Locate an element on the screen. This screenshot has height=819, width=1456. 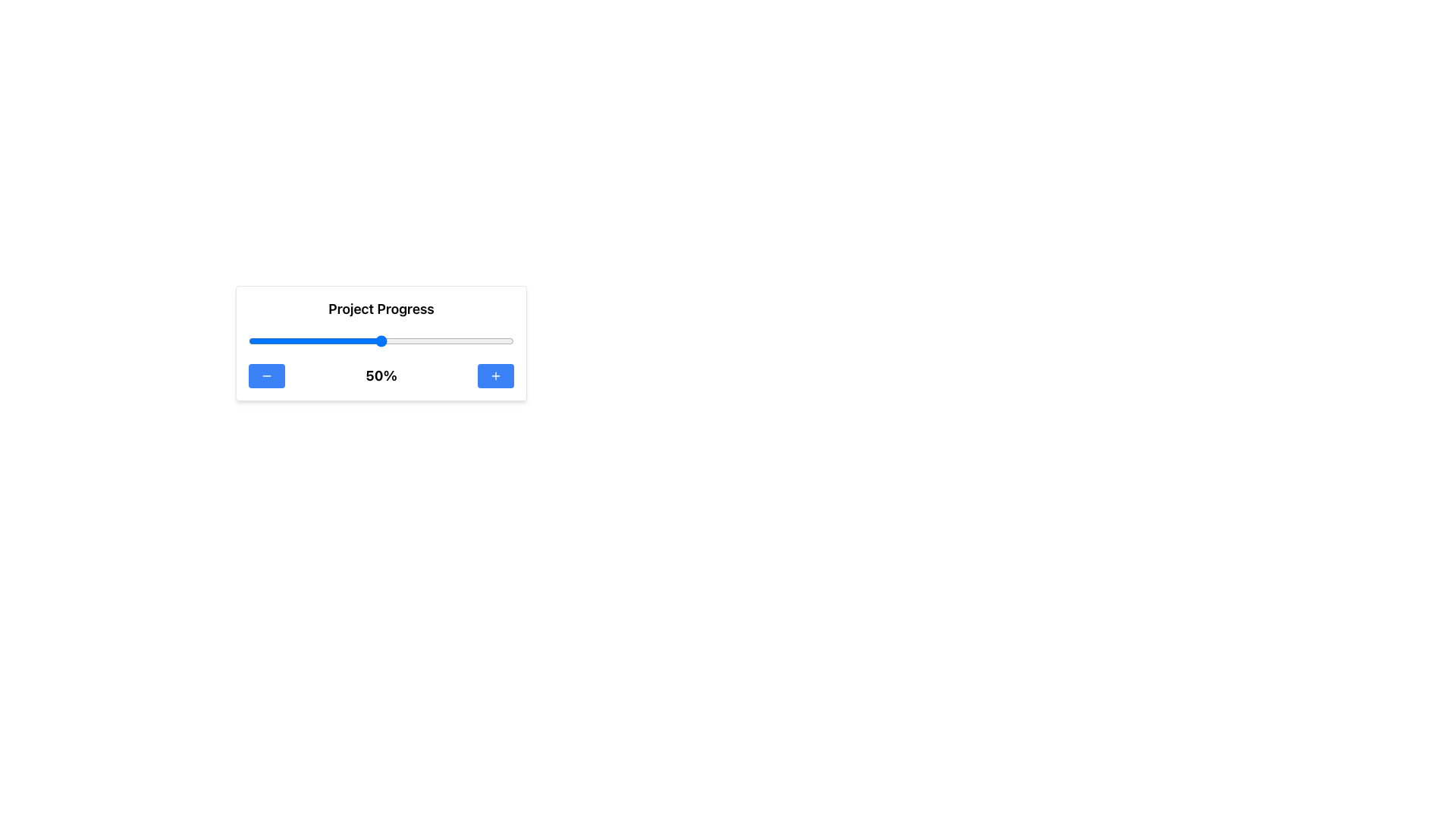
the static text that displays the current percentage value associated with the progress bar, located centrally between the minus and plus buttons is located at coordinates (381, 375).